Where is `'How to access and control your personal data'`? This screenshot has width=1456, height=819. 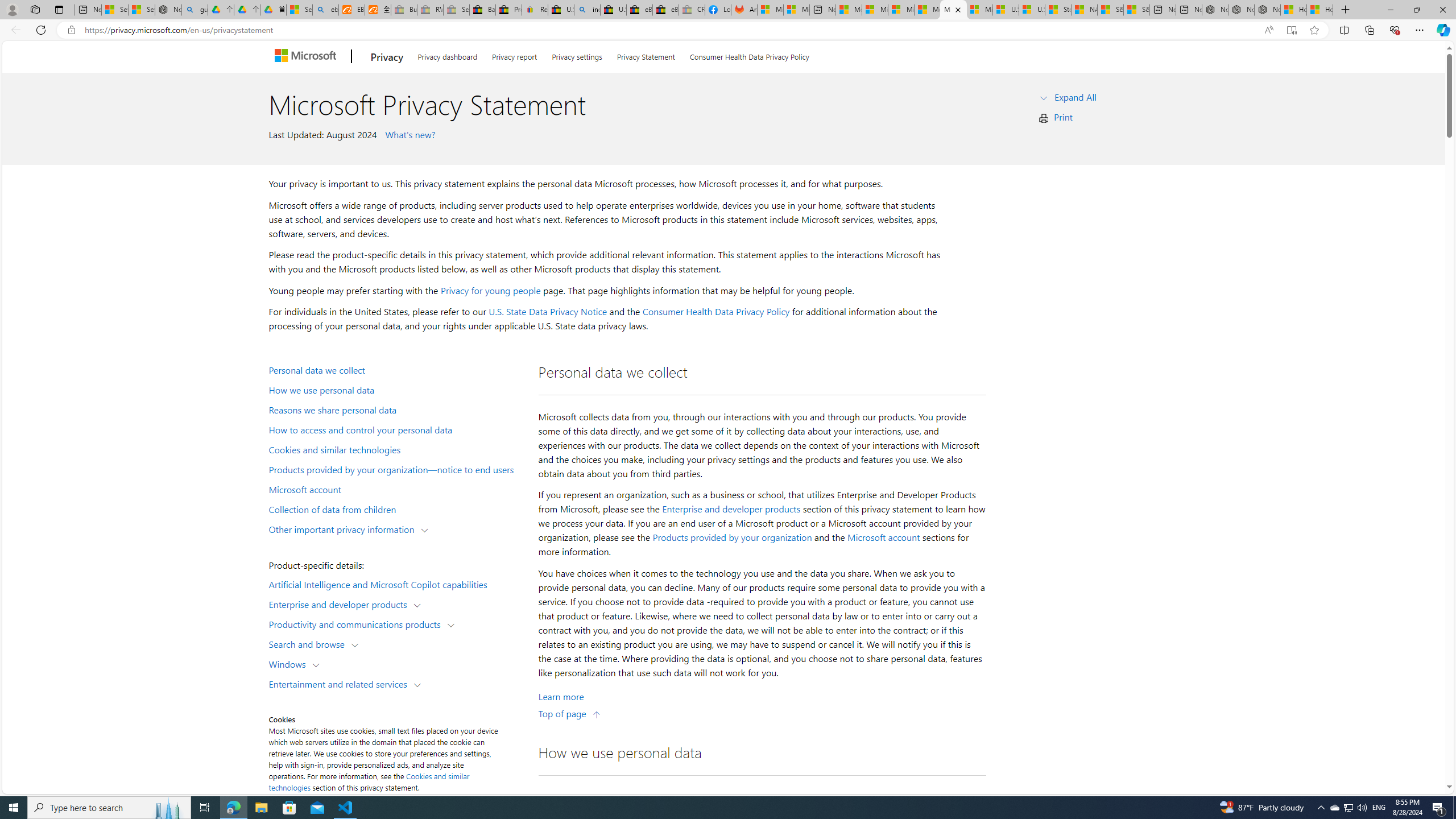 'How to access and control your personal data' is located at coordinates (396, 429).